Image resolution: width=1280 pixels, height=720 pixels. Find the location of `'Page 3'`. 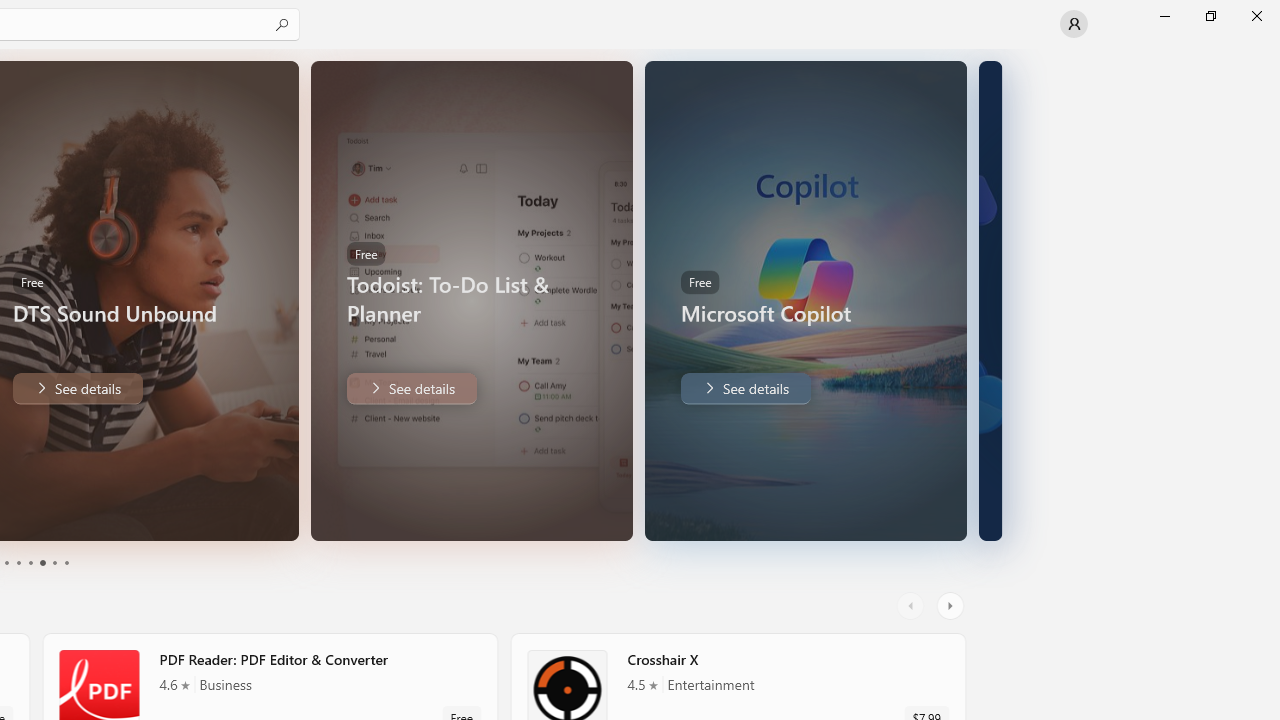

'Page 3' is located at coordinates (30, 563).